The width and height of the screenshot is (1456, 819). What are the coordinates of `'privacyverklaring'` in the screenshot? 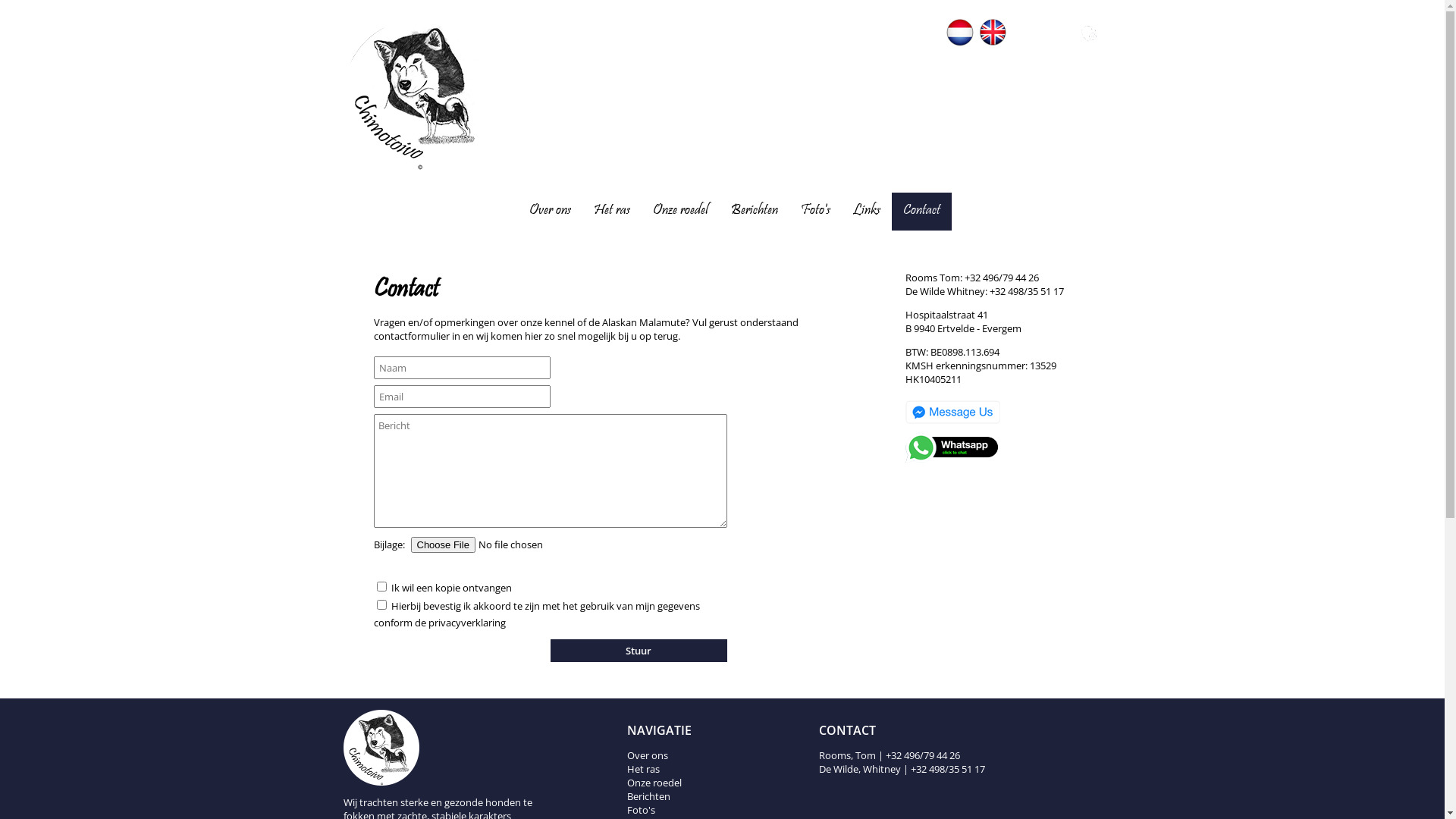 It's located at (465, 623).